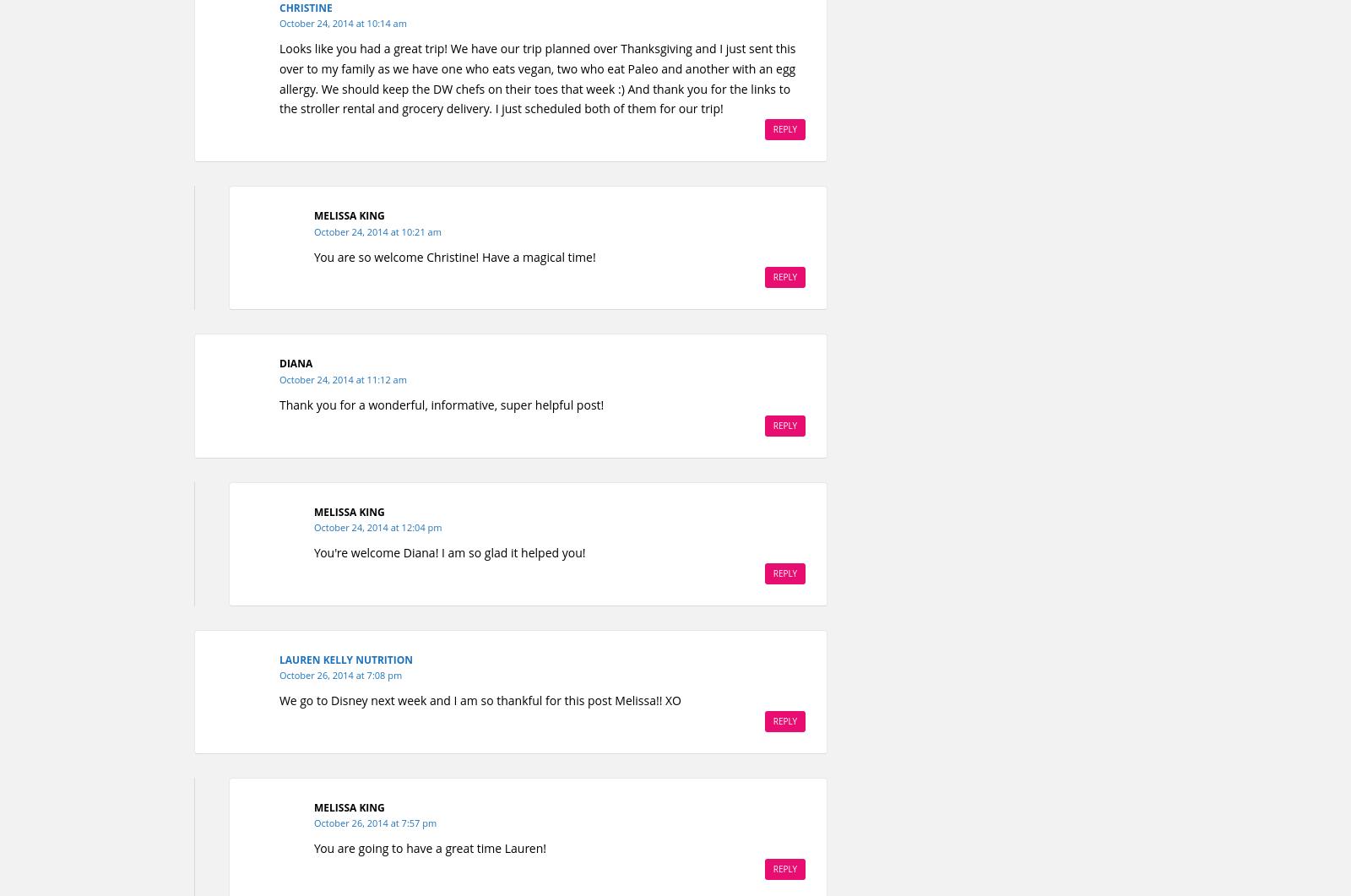 This screenshot has width=1351, height=896. What do you see at coordinates (279, 79) in the screenshot?
I see `'Looks like you had a great trip!  We have our trip planned over Thanksgiving and I just sent this over to my family as we have one who eats vegan, two who eat Paleo and another with an egg allergy.  We should keep the DW chefs on their toes that week :)  And thank you for the links to the stroller rental and grocery delivery.  I just scheduled both of them for our trip!'` at bounding box center [279, 79].